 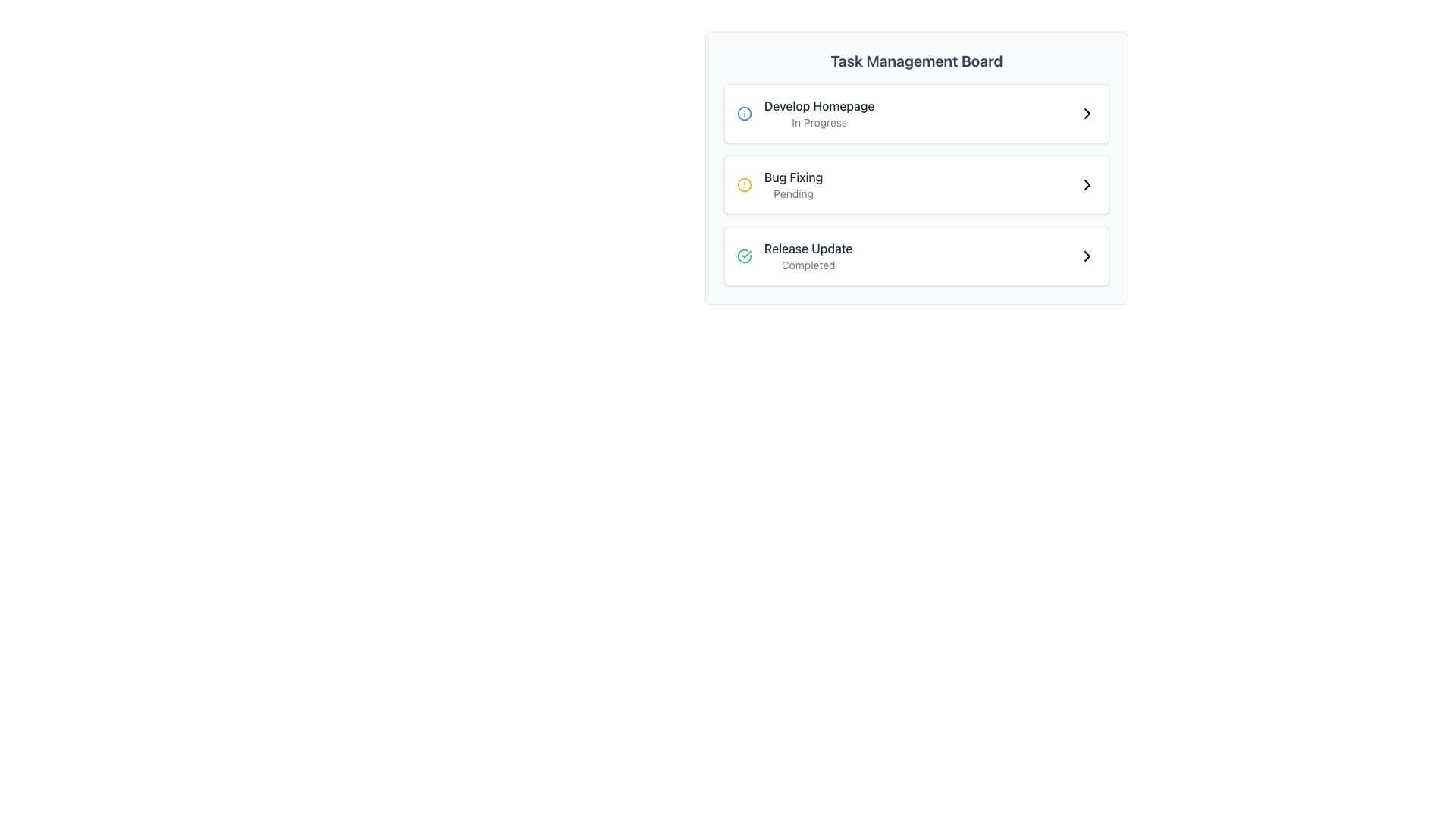 What do you see at coordinates (745, 256) in the screenshot?
I see `the visual indicator icon that signifies the successful completion of the 'Release Update' task, located to the left of the task label` at bounding box center [745, 256].